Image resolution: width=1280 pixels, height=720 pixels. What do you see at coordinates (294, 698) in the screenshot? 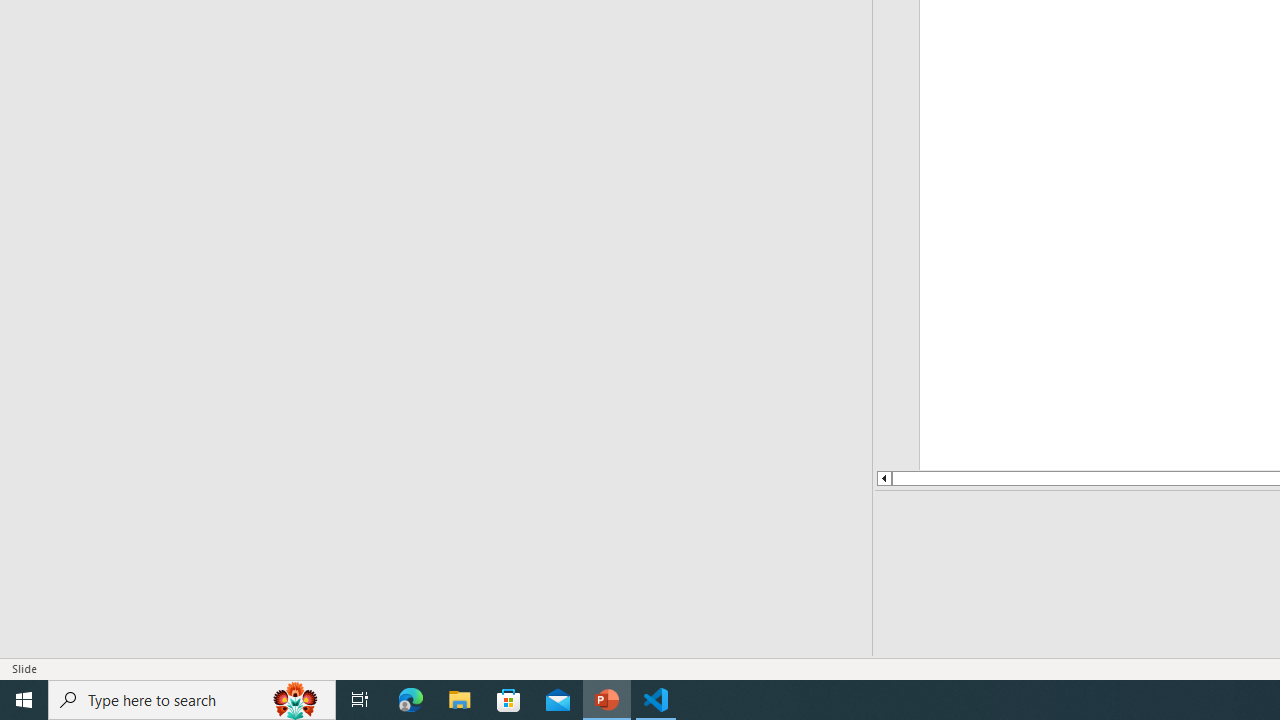
I see `'Search highlights icon opens search home window'` at bounding box center [294, 698].